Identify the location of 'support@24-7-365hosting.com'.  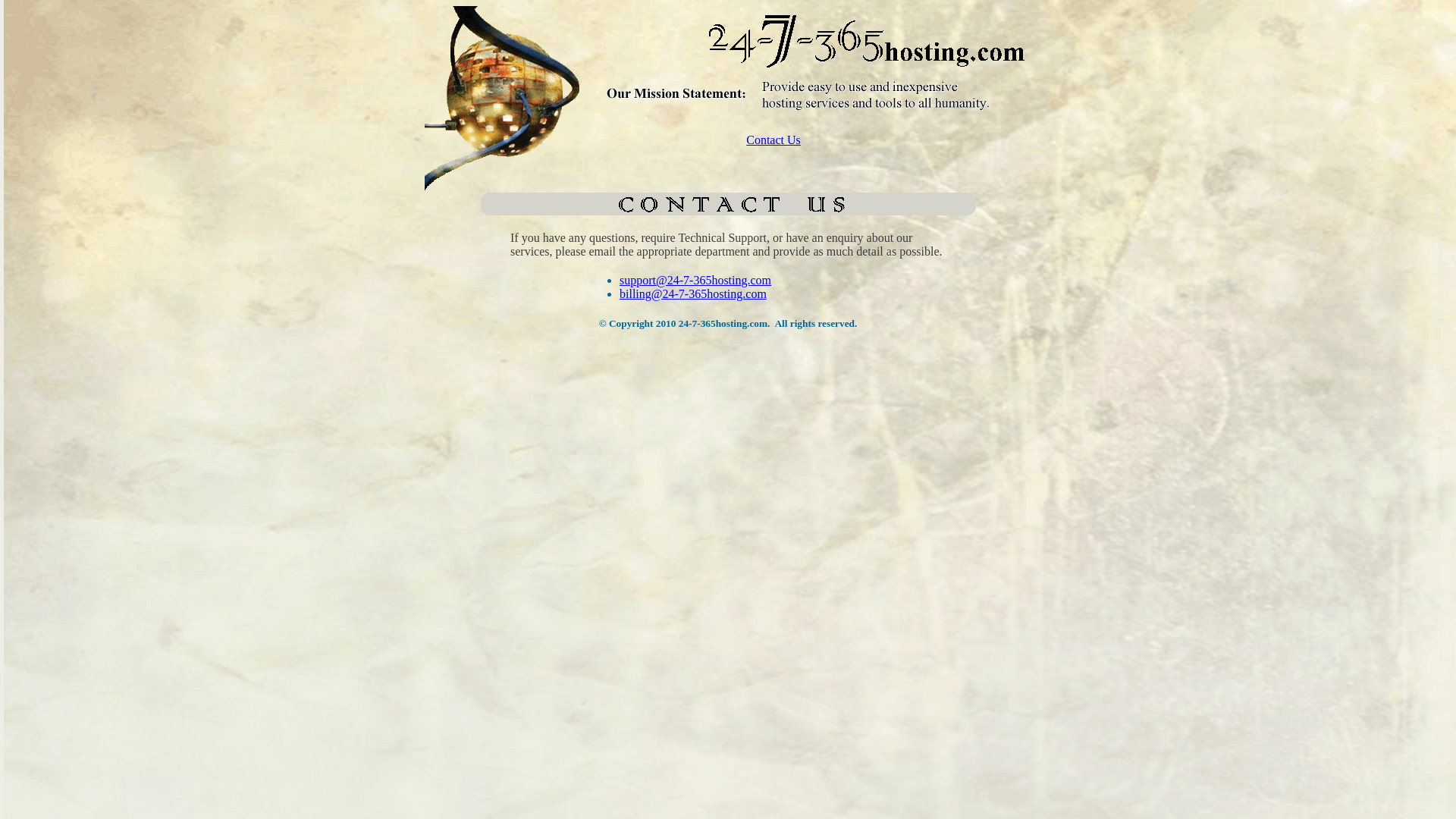
(694, 280).